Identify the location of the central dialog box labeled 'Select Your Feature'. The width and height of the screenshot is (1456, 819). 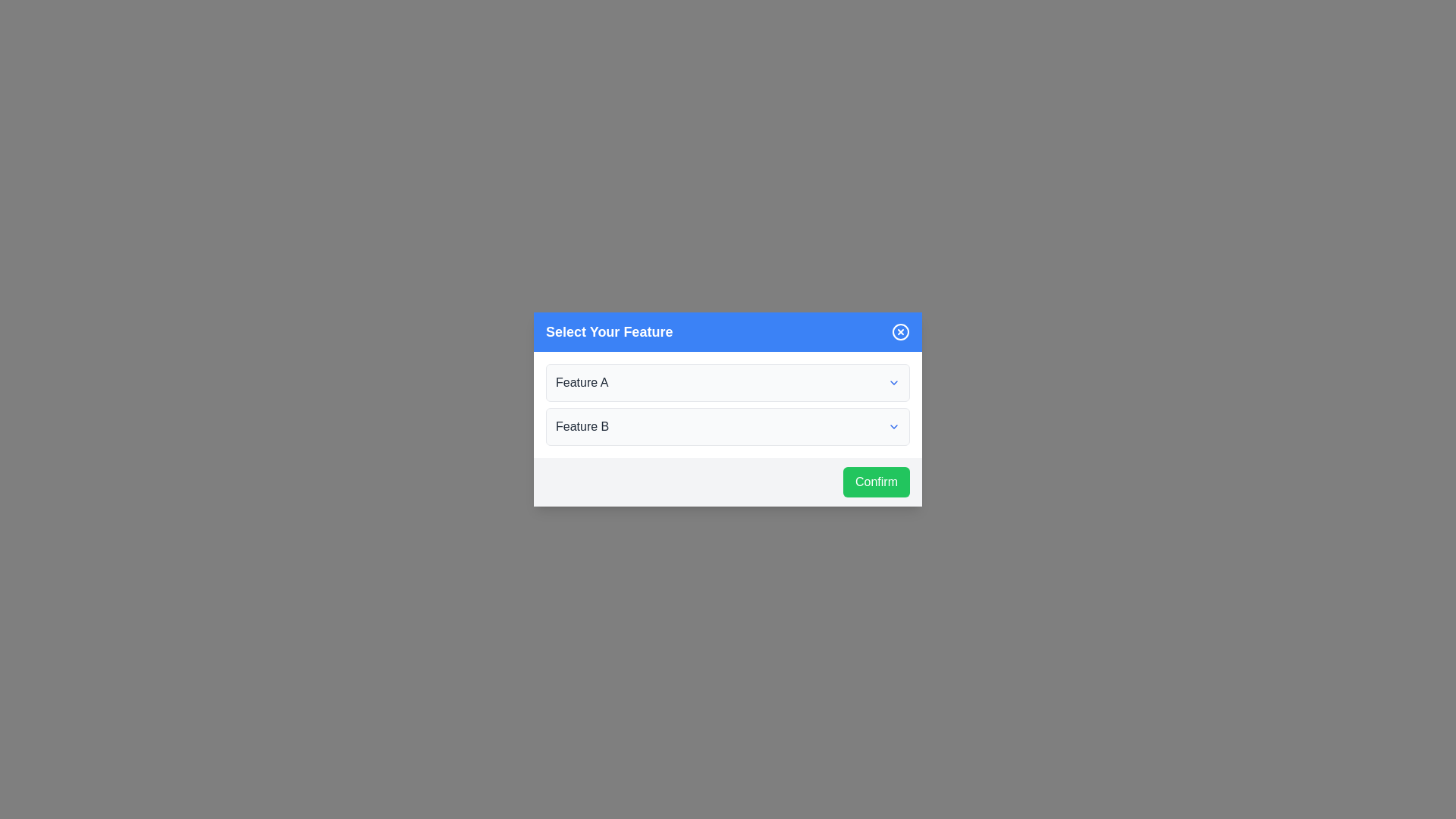
(728, 409).